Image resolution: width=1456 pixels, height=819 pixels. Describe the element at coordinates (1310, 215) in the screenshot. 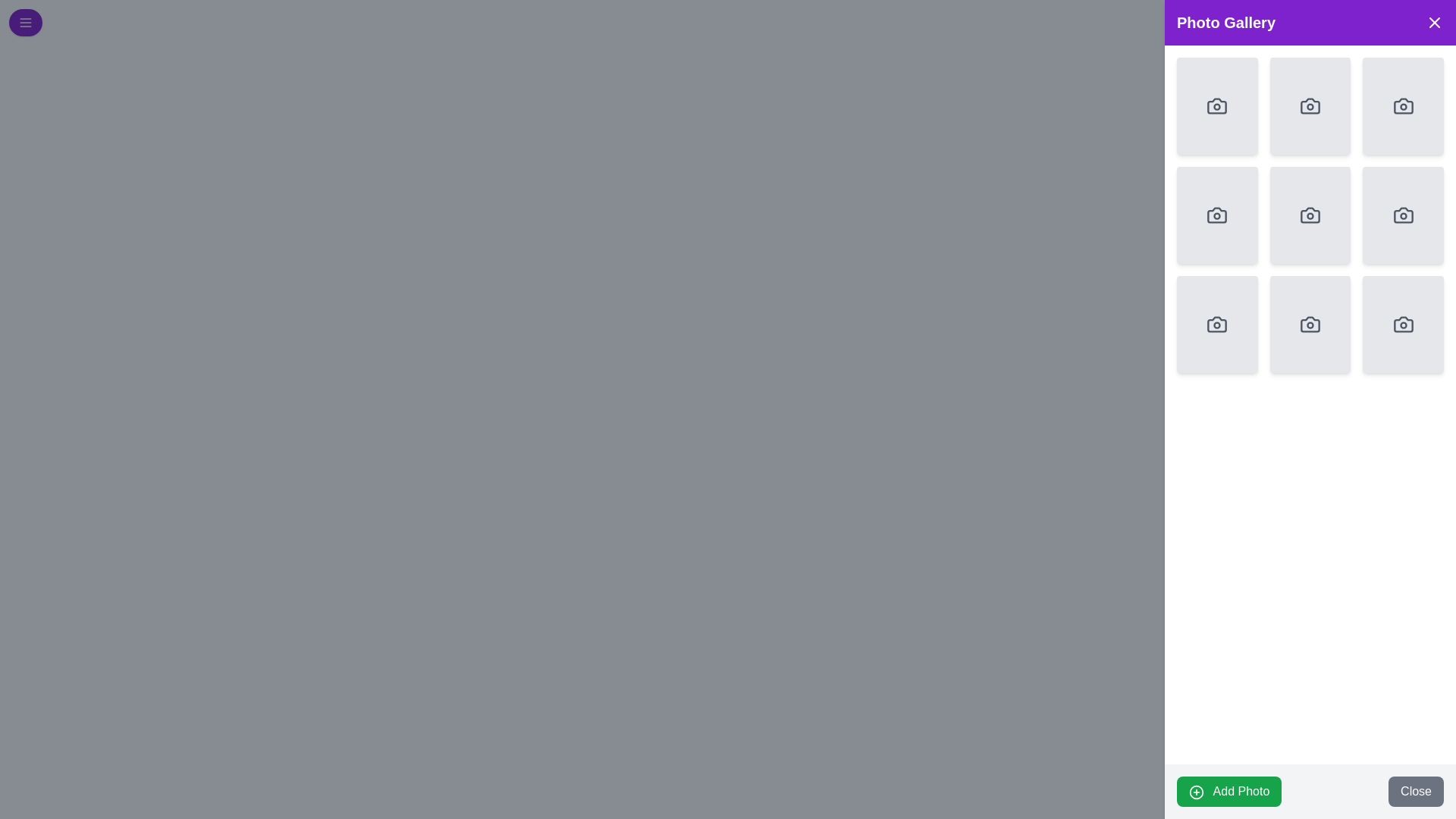

I see `the camera icon located in the 'Photo Gallery' section, which is the fifth icon in the 3x3 grid layout, positioned in the middle of the second row` at that location.